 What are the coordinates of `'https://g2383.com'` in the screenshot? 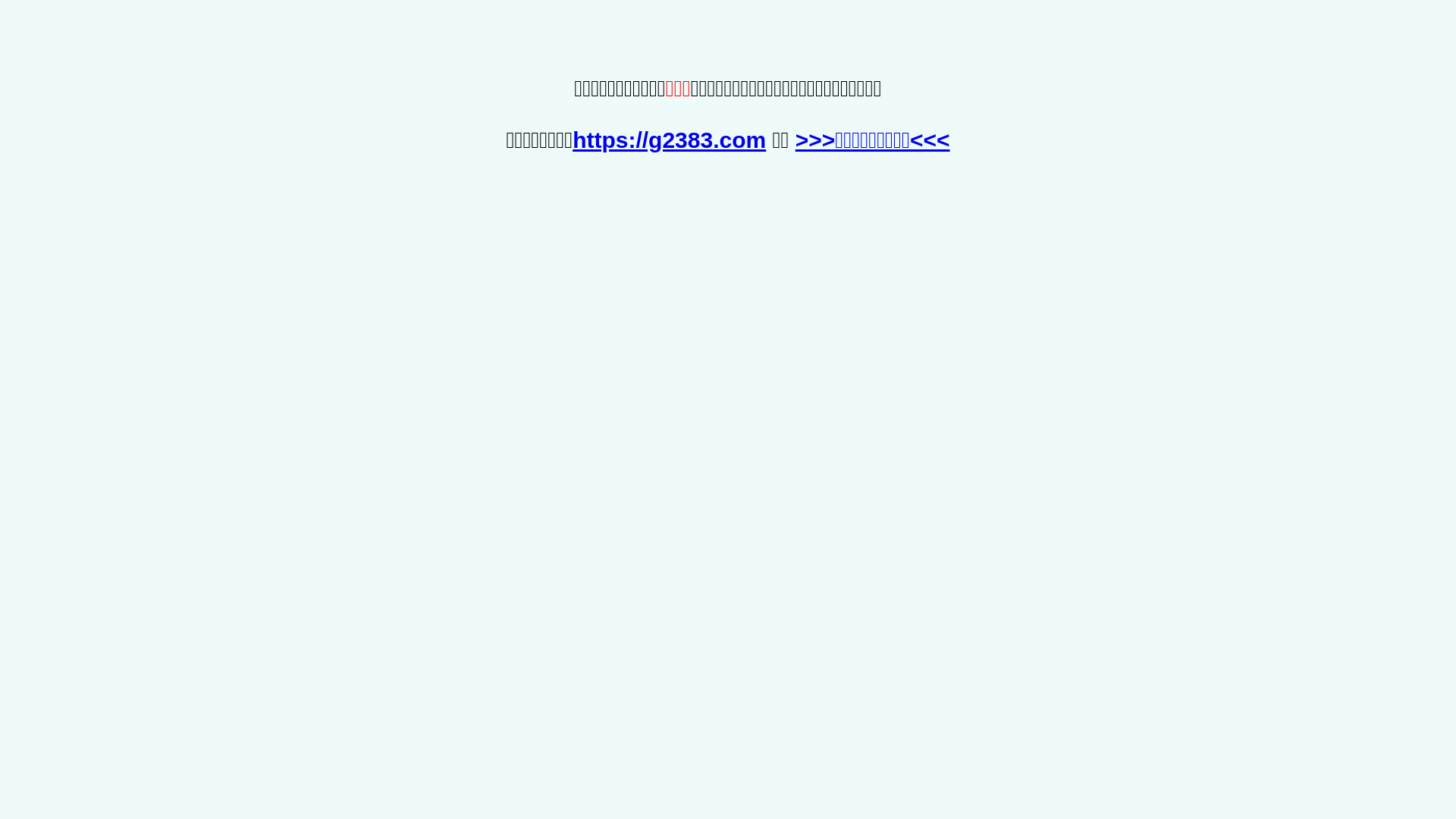 It's located at (668, 140).